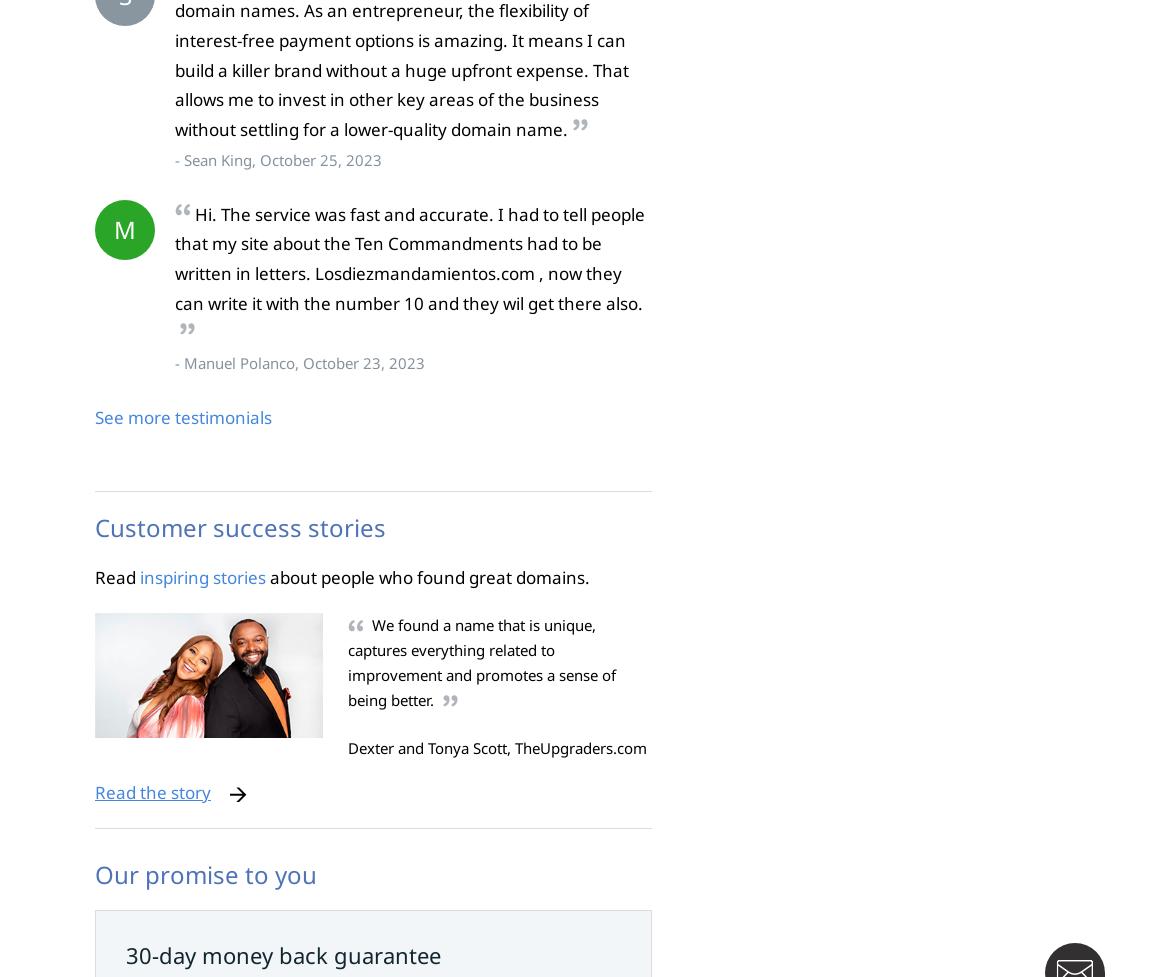 Image resolution: width=1150 pixels, height=977 pixels. I want to click on '- Manuel Polanco, October 23, 2023', so click(174, 362).